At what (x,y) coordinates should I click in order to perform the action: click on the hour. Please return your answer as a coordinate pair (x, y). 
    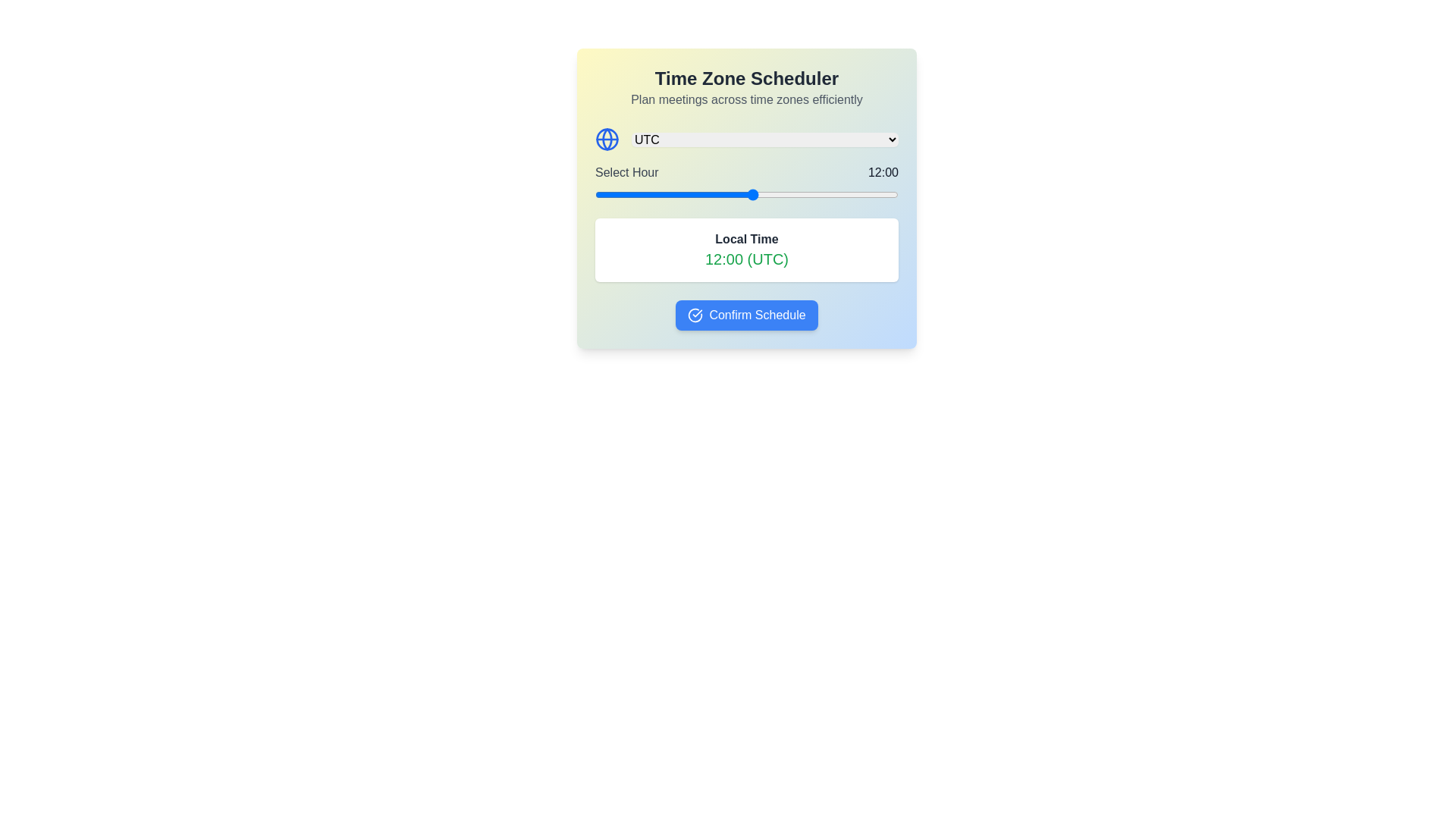
    Looking at the image, I should click on (858, 194).